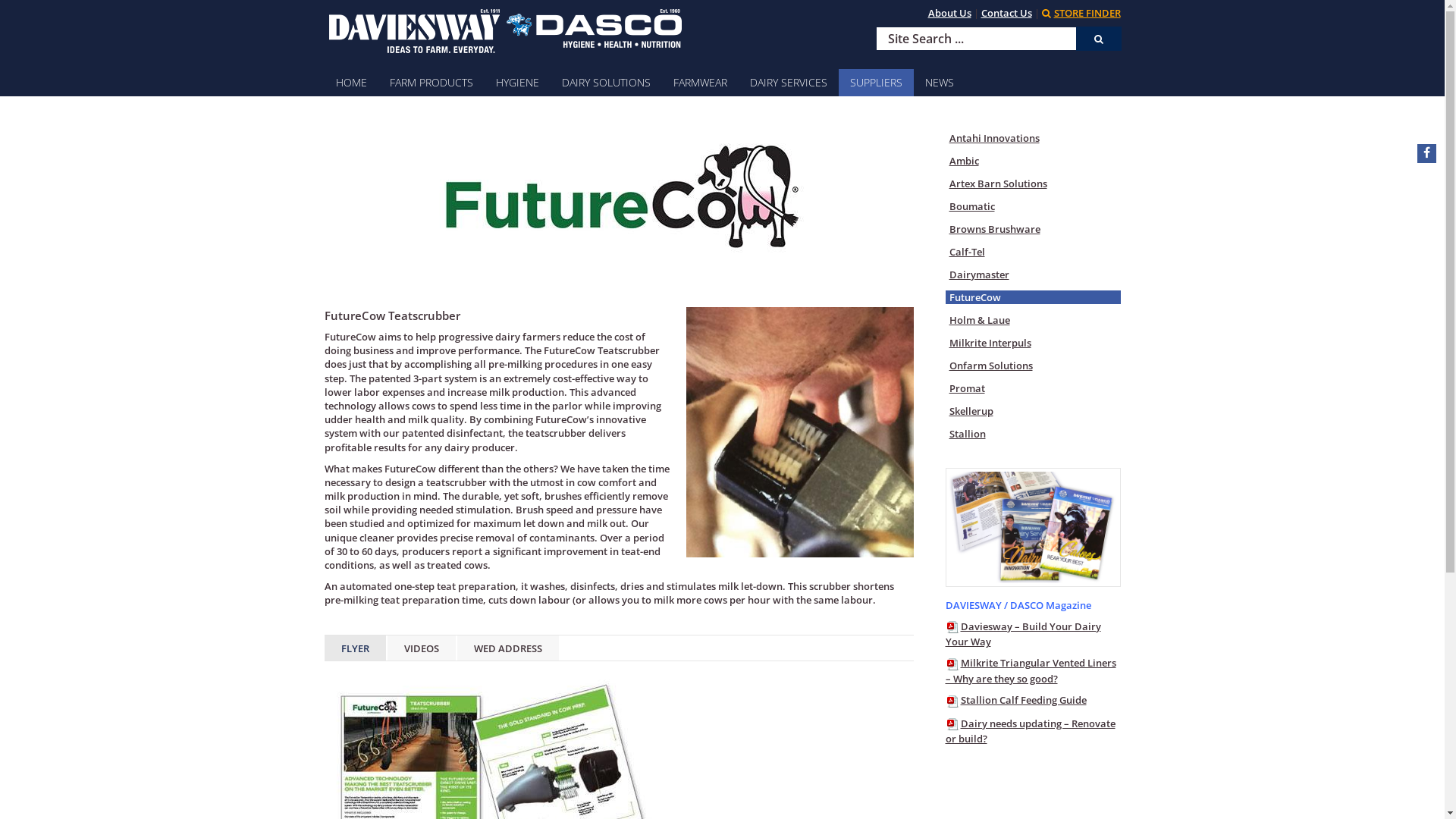  Describe the element at coordinates (429, 82) in the screenshot. I see `'FARM PRODUCTS'` at that location.